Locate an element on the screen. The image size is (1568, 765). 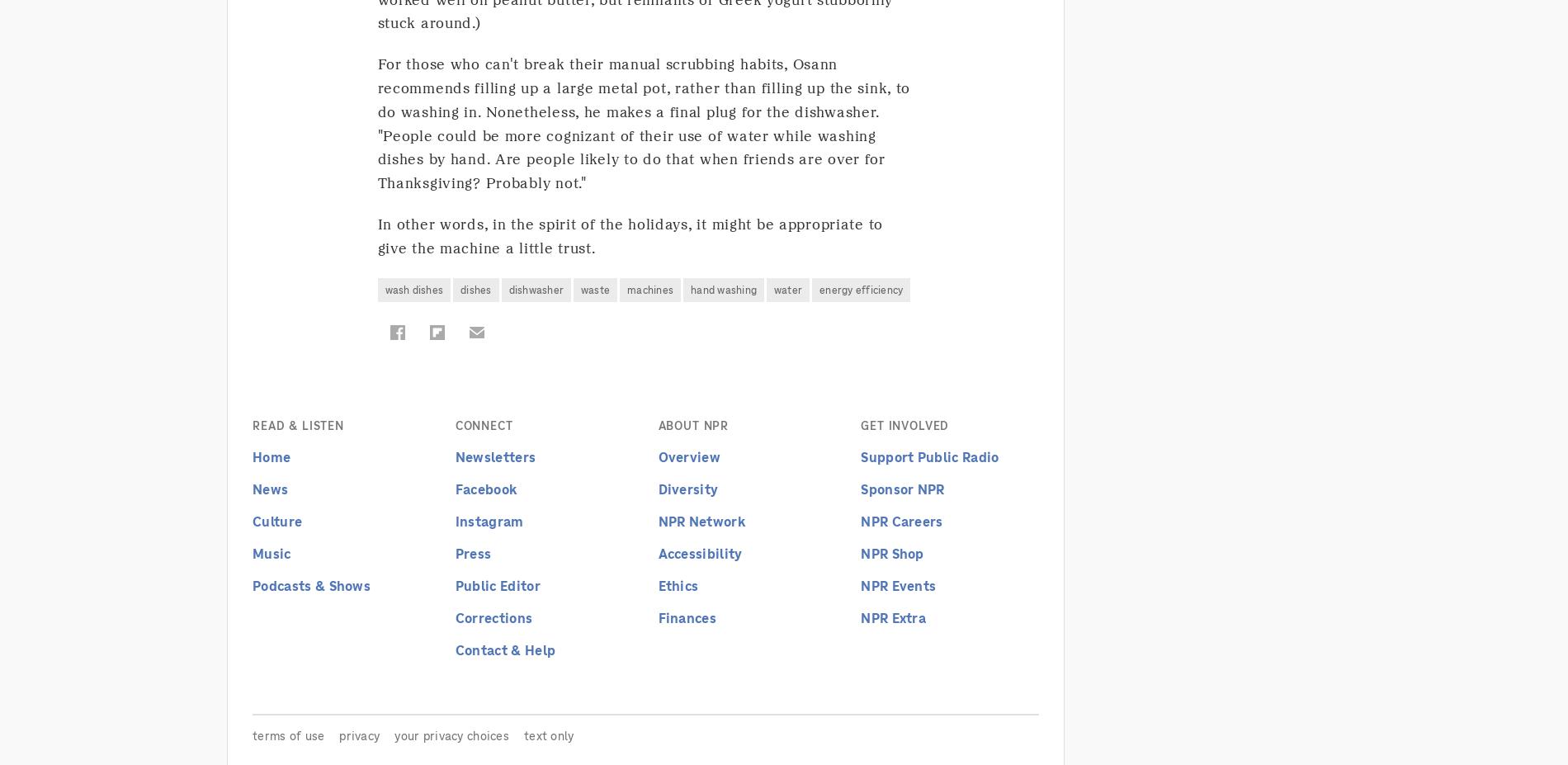
'Overview' is located at coordinates (657, 456).